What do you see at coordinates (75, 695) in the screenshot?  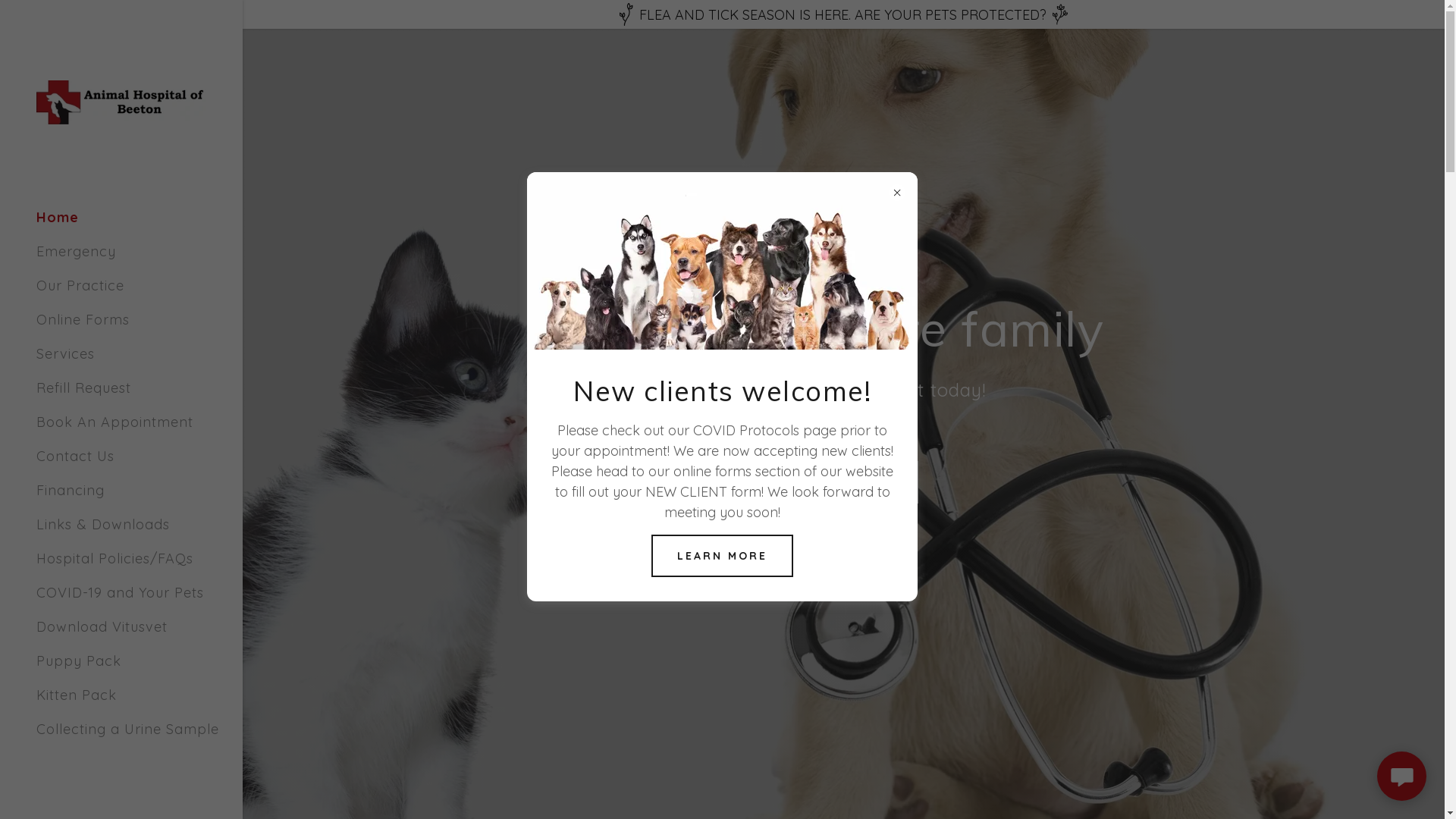 I see `'Kitten Pack'` at bounding box center [75, 695].